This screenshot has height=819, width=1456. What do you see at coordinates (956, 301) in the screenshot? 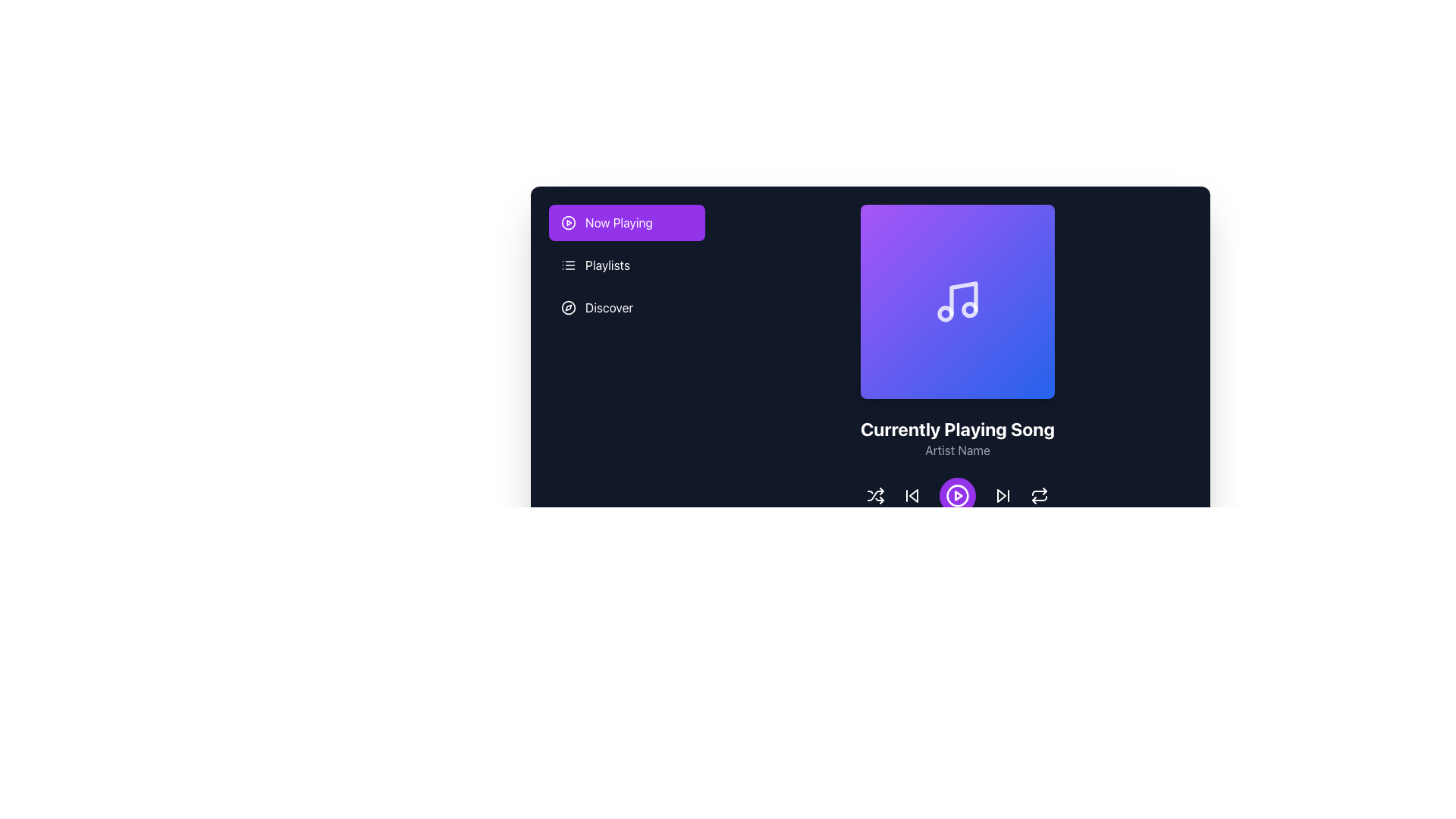
I see `the graphical decorative element that represents the currently playing song in the upper middle area of the music player interface` at bounding box center [956, 301].